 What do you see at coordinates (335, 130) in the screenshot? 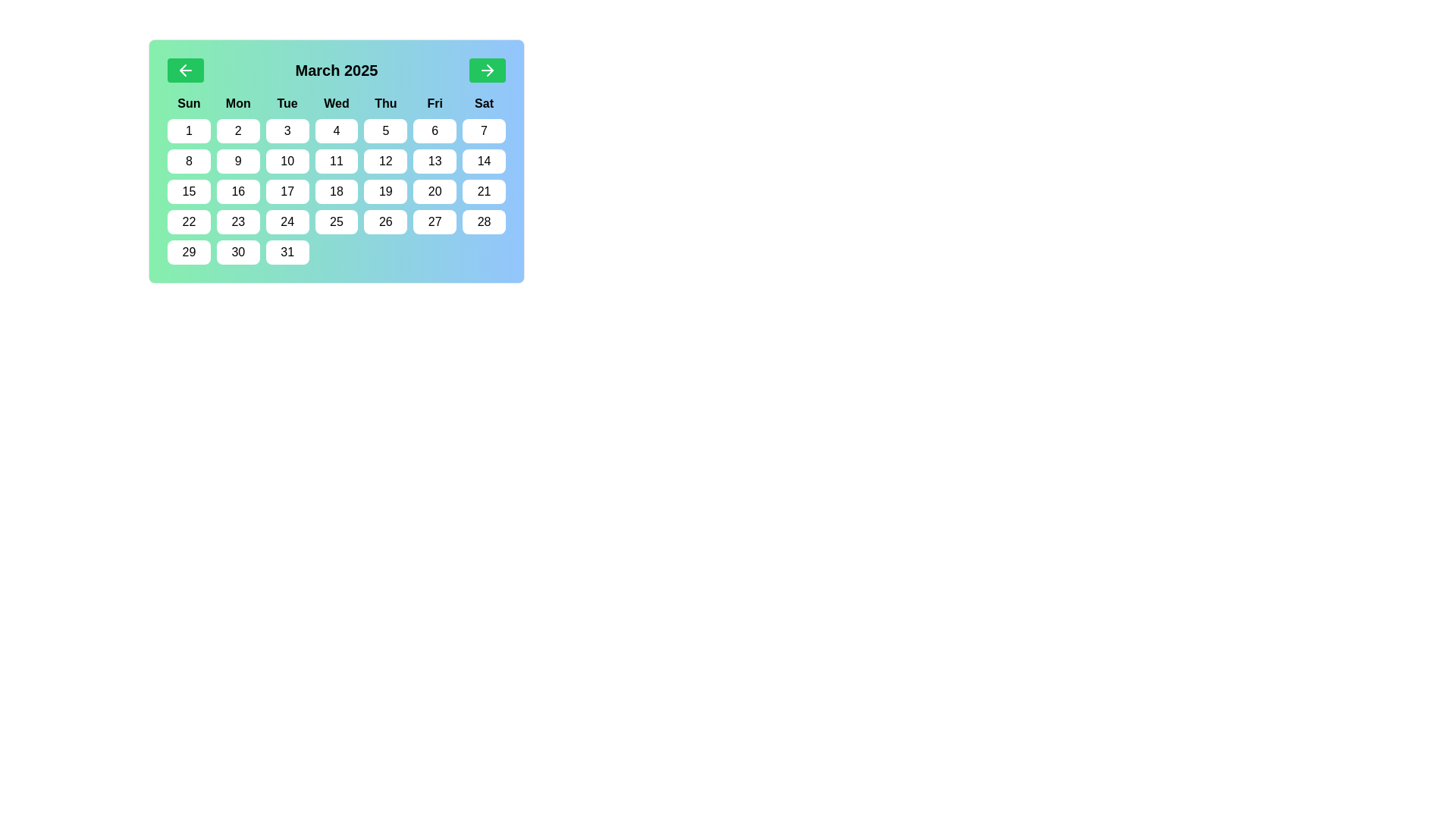
I see `the calendar day button labeled '4' located in the first row of date buttons under the column labeled 'Wed'` at bounding box center [335, 130].